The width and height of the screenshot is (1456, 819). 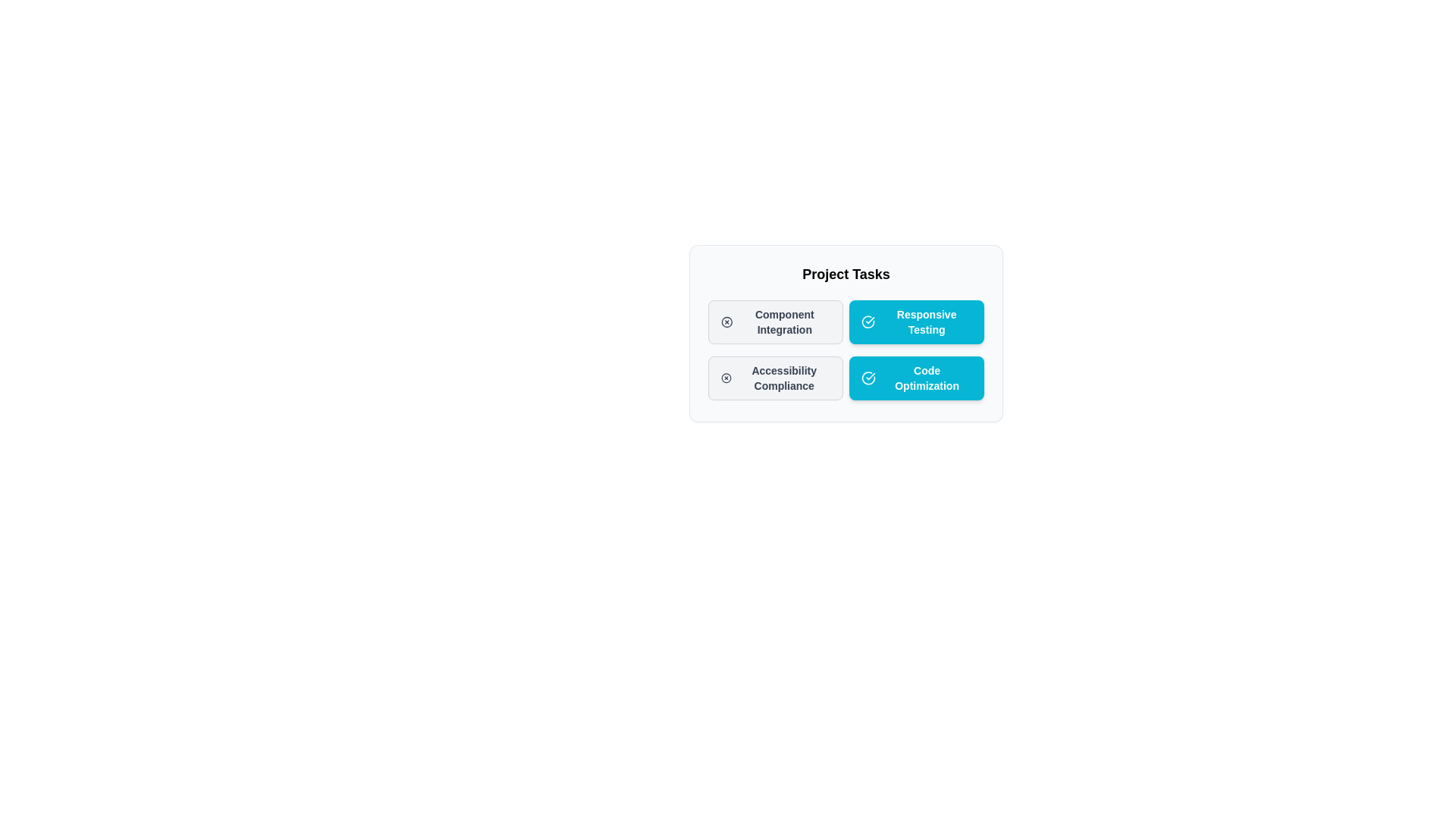 What do you see at coordinates (916, 321) in the screenshot?
I see `the chip labeled 'Responsive Testing' to select it` at bounding box center [916, 321].